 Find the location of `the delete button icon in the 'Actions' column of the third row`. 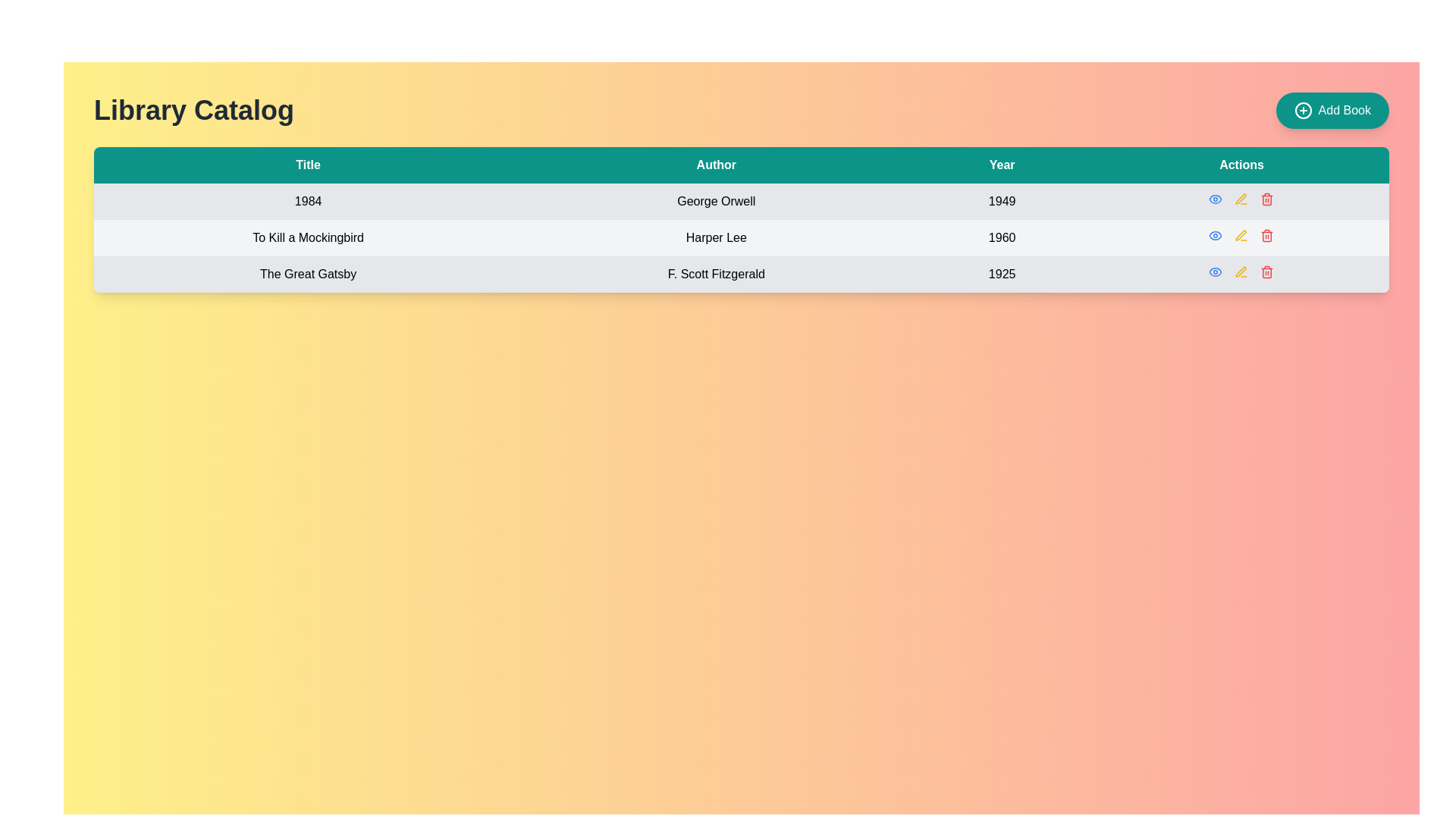

the delete button icon in the 'Actions' column of the third row is located at coordinates (1267, 271).